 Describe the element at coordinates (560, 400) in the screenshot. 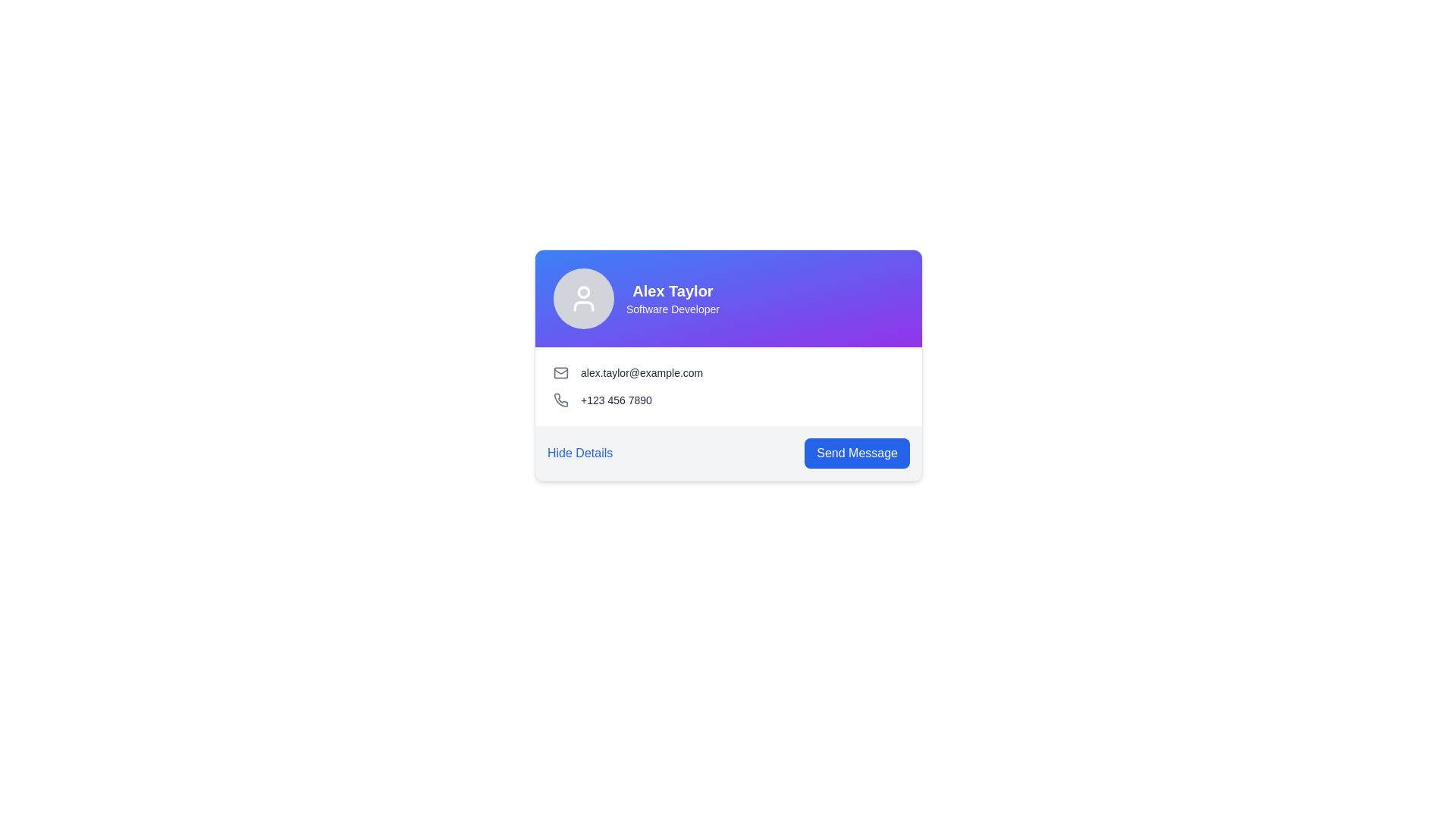

I see `the phone receiver icon with gray outlines located in the first position of a horizontal group, to the left of the phone number text` at that location.